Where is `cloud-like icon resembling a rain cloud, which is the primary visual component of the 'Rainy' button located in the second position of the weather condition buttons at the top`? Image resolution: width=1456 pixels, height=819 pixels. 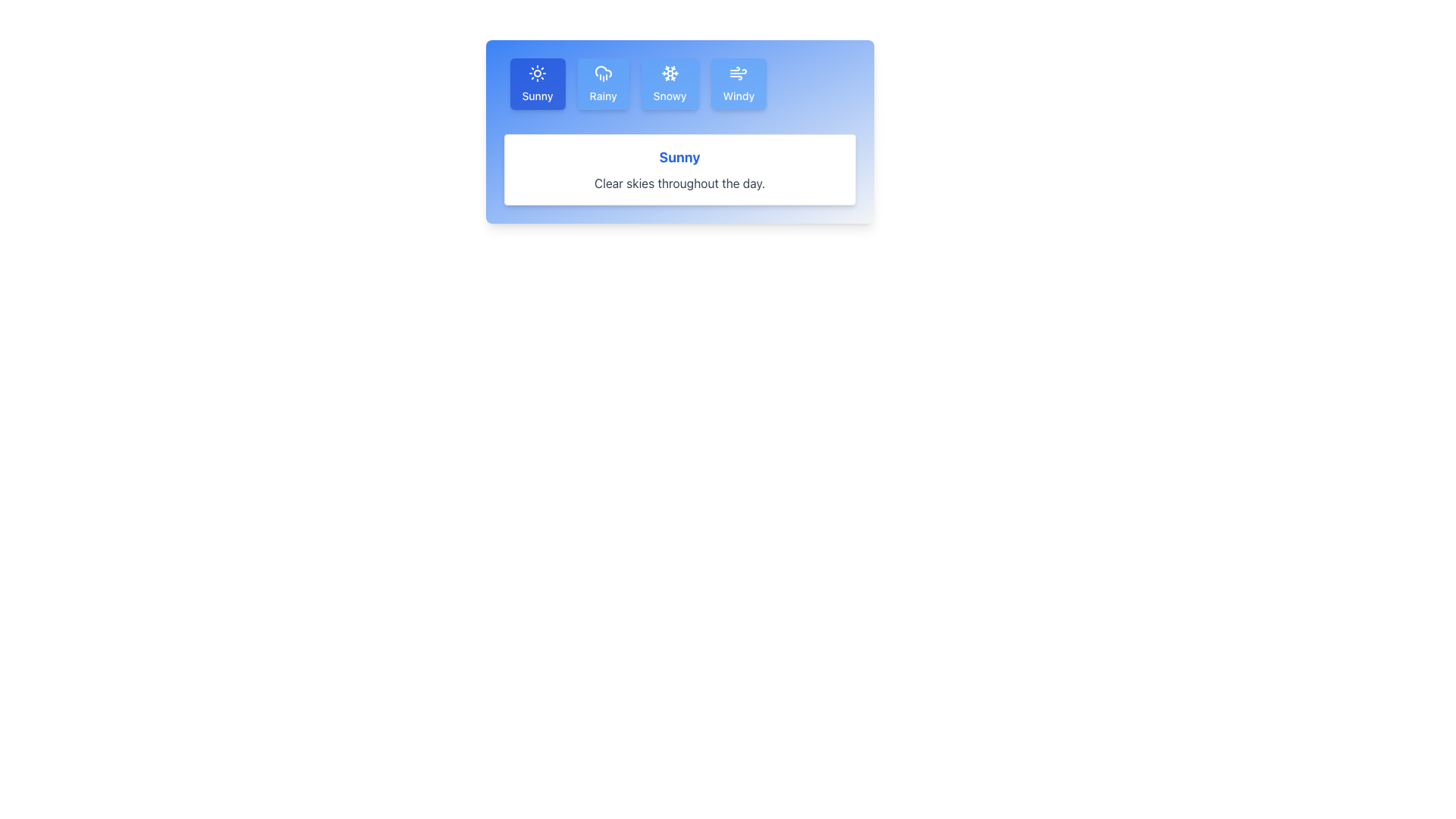
cloud-like icon resembling a rain cloud, which is the primary visual component of the 'Rainy' button located in the second position of the weather condition buttons at the top is located at coordinates (602, 71).